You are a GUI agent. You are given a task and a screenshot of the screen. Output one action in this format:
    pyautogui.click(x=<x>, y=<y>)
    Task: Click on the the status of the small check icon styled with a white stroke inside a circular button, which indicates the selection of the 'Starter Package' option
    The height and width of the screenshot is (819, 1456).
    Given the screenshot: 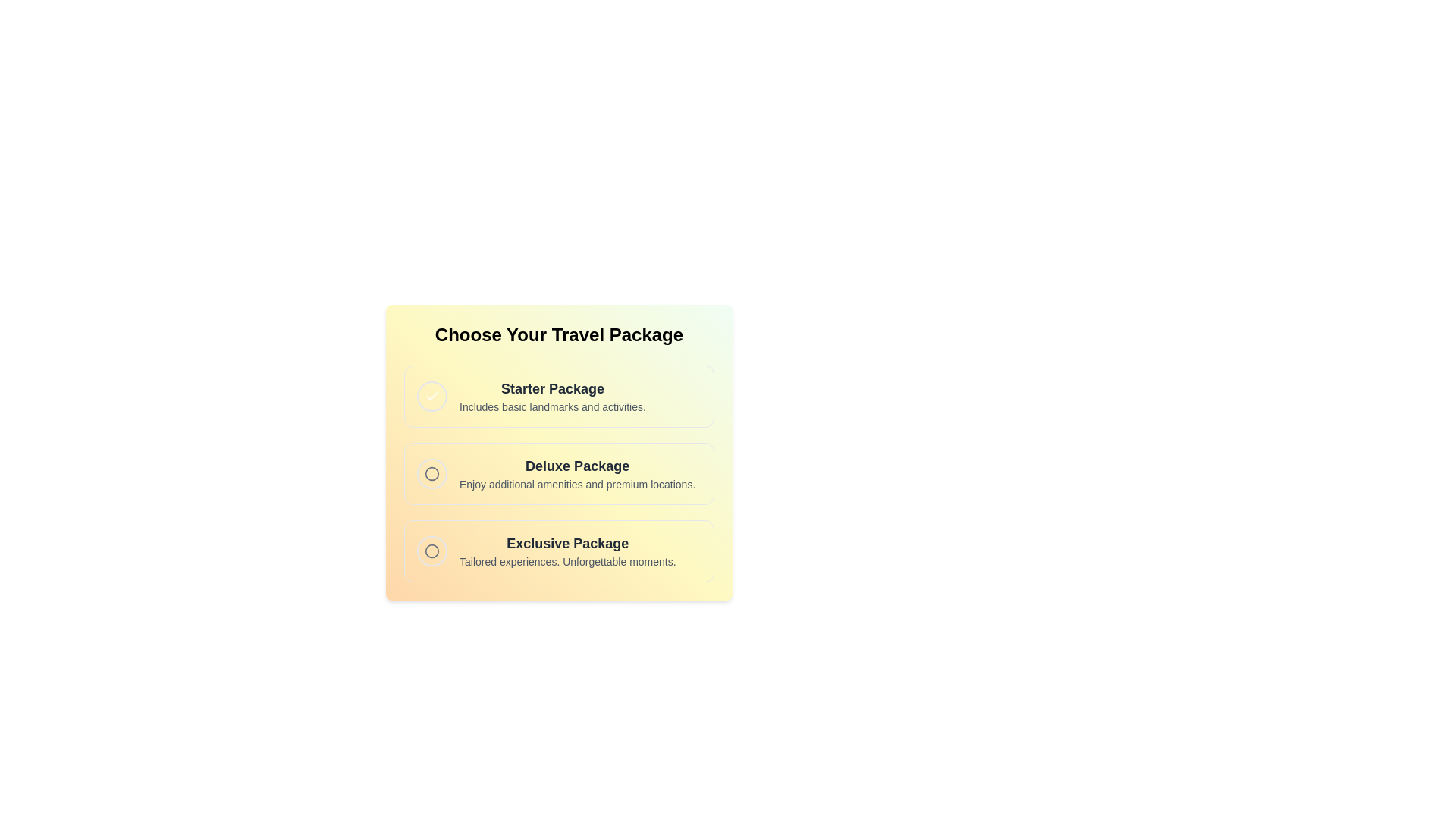 What is the action you would take?
    pyautogui.click(x=431, y=396)
    